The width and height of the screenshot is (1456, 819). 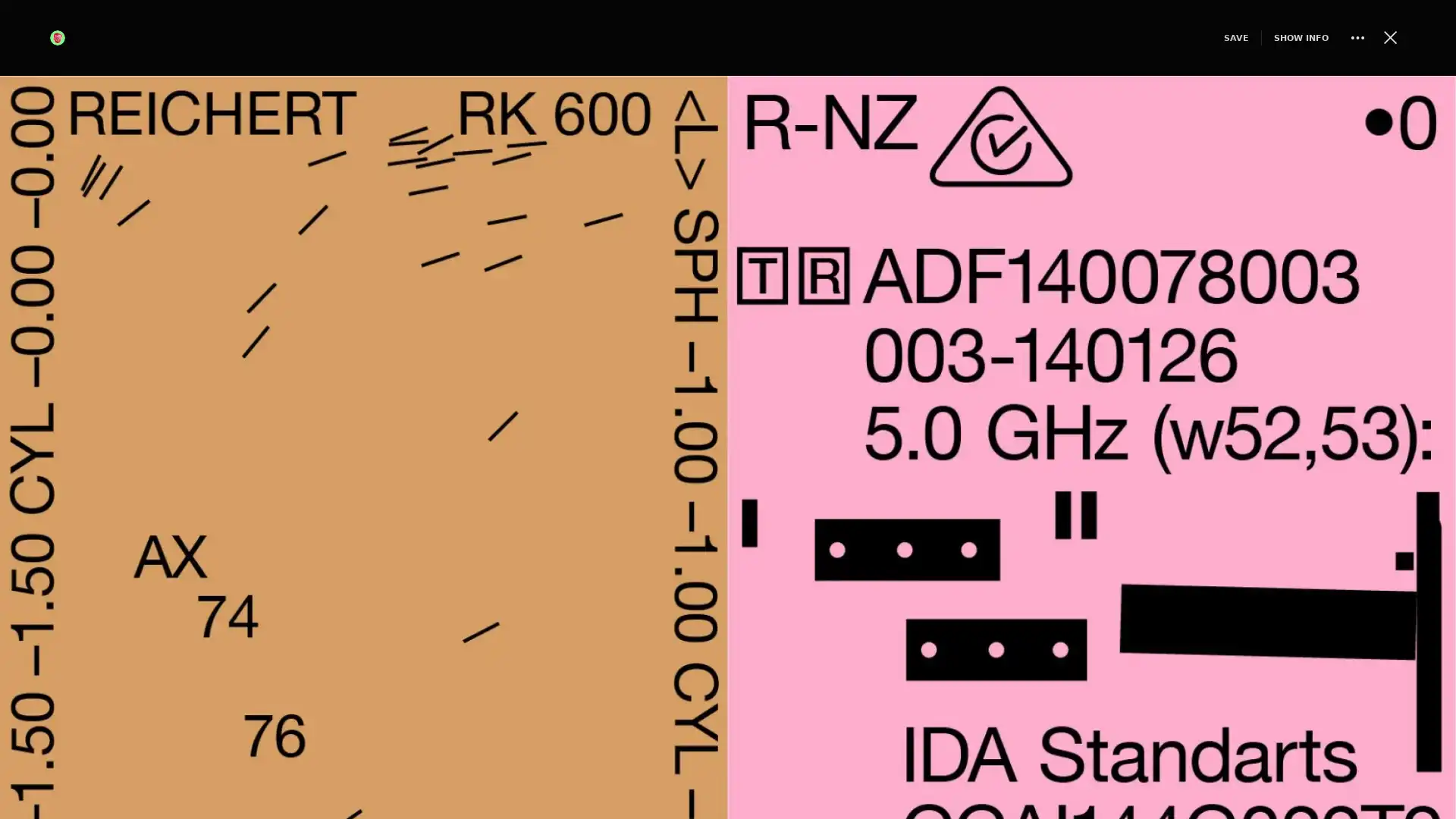 I want to click on SAVE, so click(x=1208, y=36).